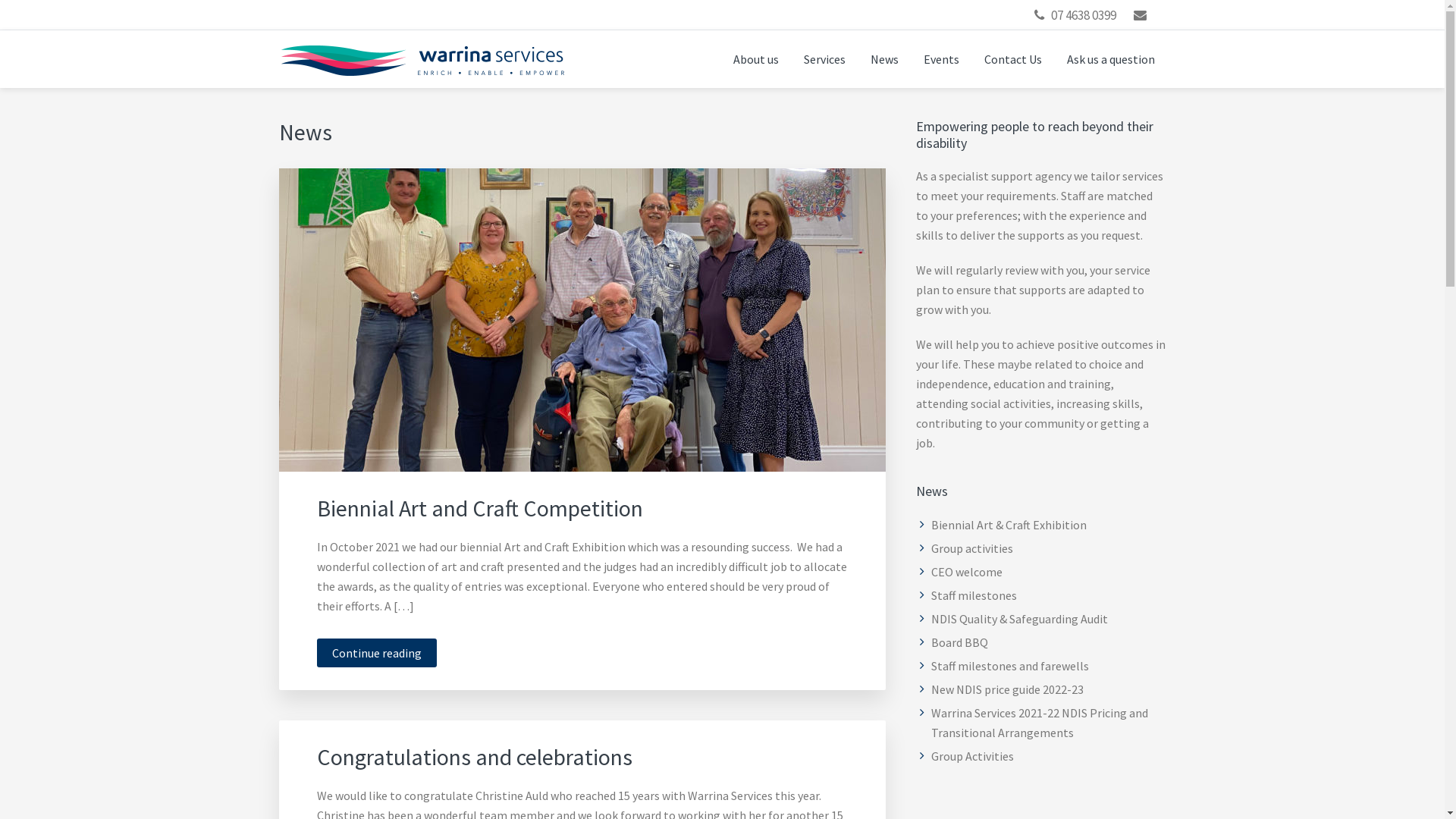 This screenshot has height=819, width=1456. Describe the element at coordinates (972, 755) in the screenshot. I see `'Group Activities'` at that location.